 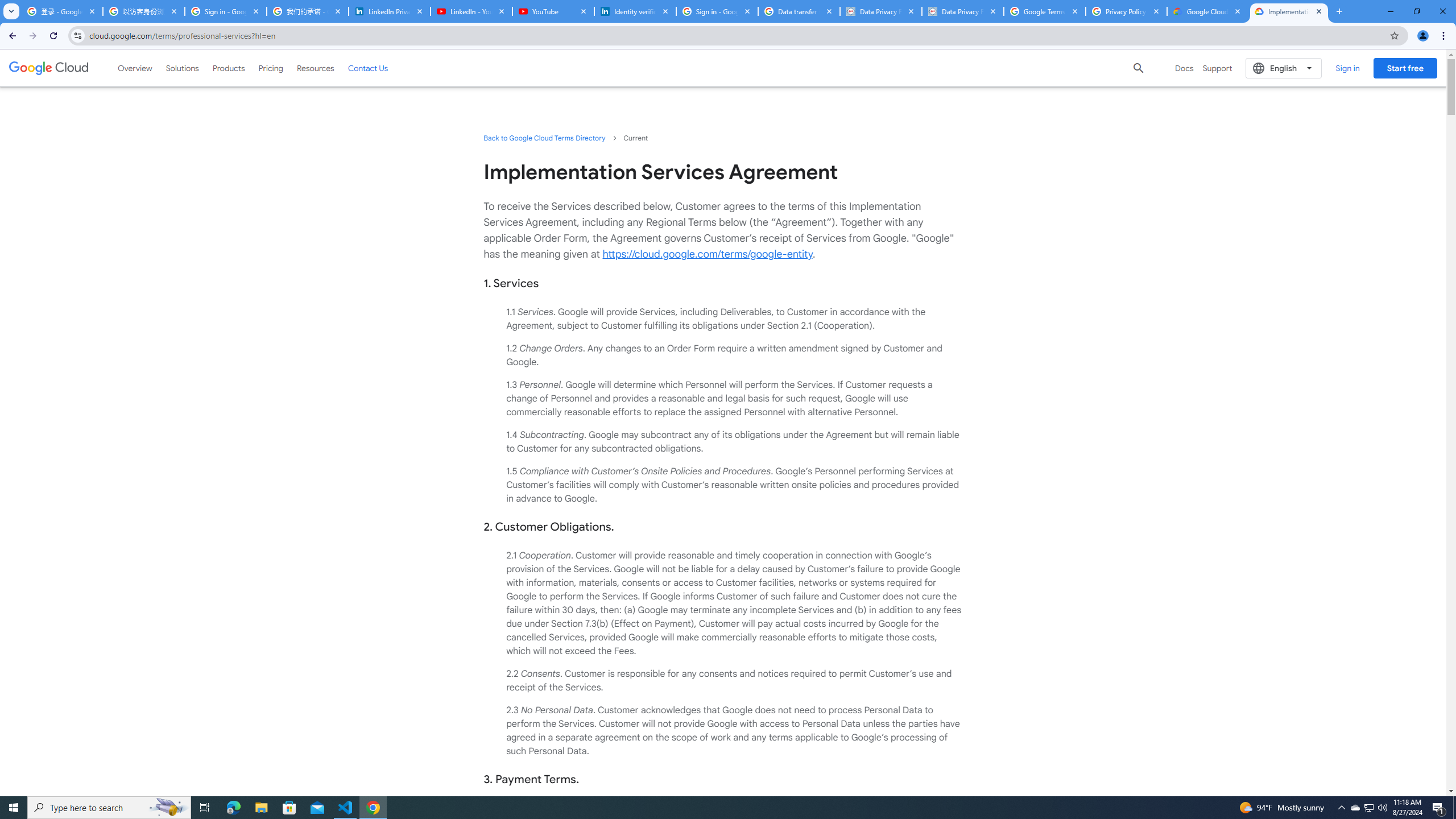 What do you see at coordinates (315, 67) in the screenshot?
I see `'Resources'` at bounding box center [315, 67].